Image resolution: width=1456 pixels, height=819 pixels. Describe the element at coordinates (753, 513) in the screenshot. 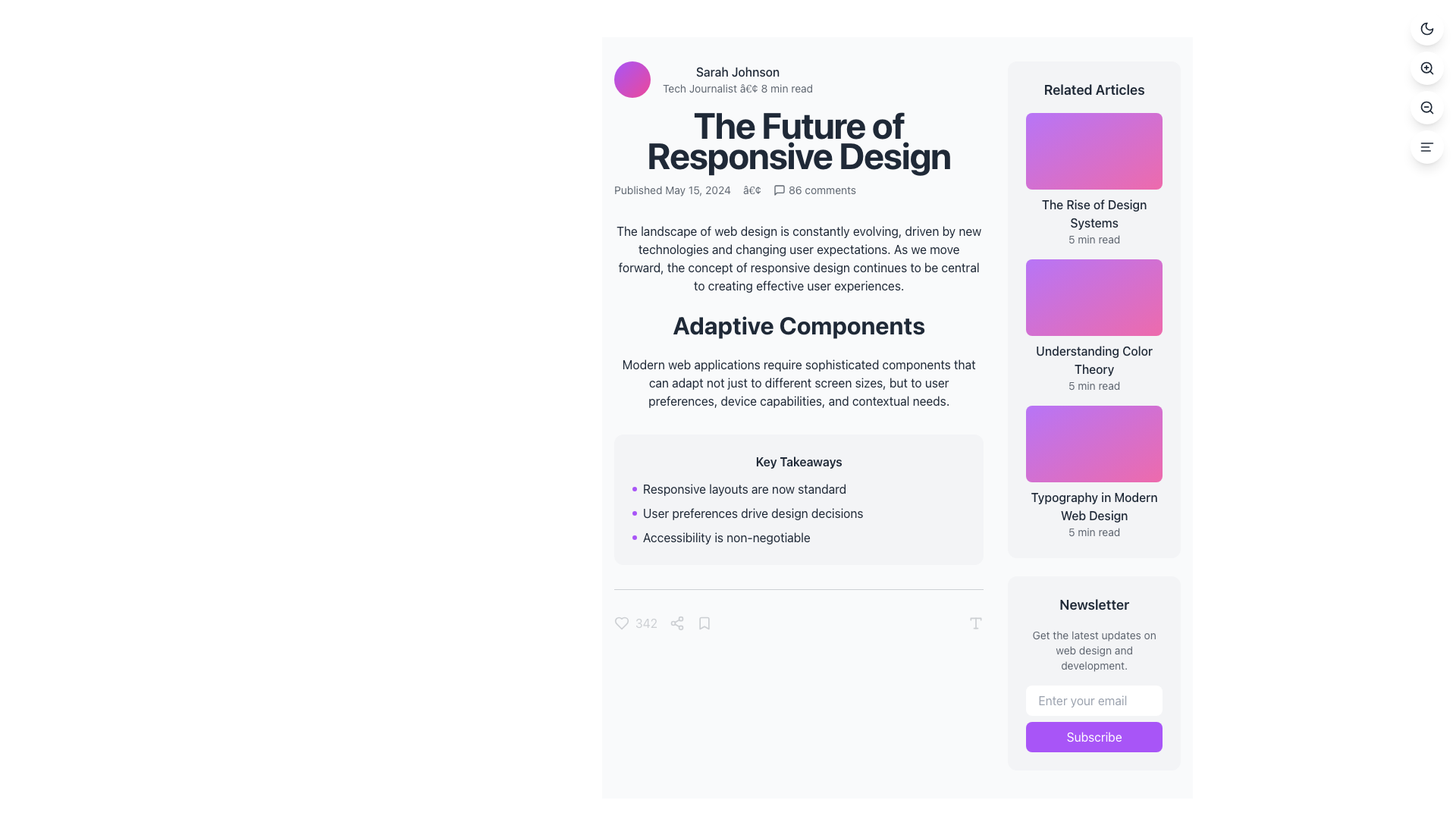

I see `the second bullet point in the 'Key Takeaways' section, which informs about the importance of user preferences in design decisions, for accessibility interactions` at that location.